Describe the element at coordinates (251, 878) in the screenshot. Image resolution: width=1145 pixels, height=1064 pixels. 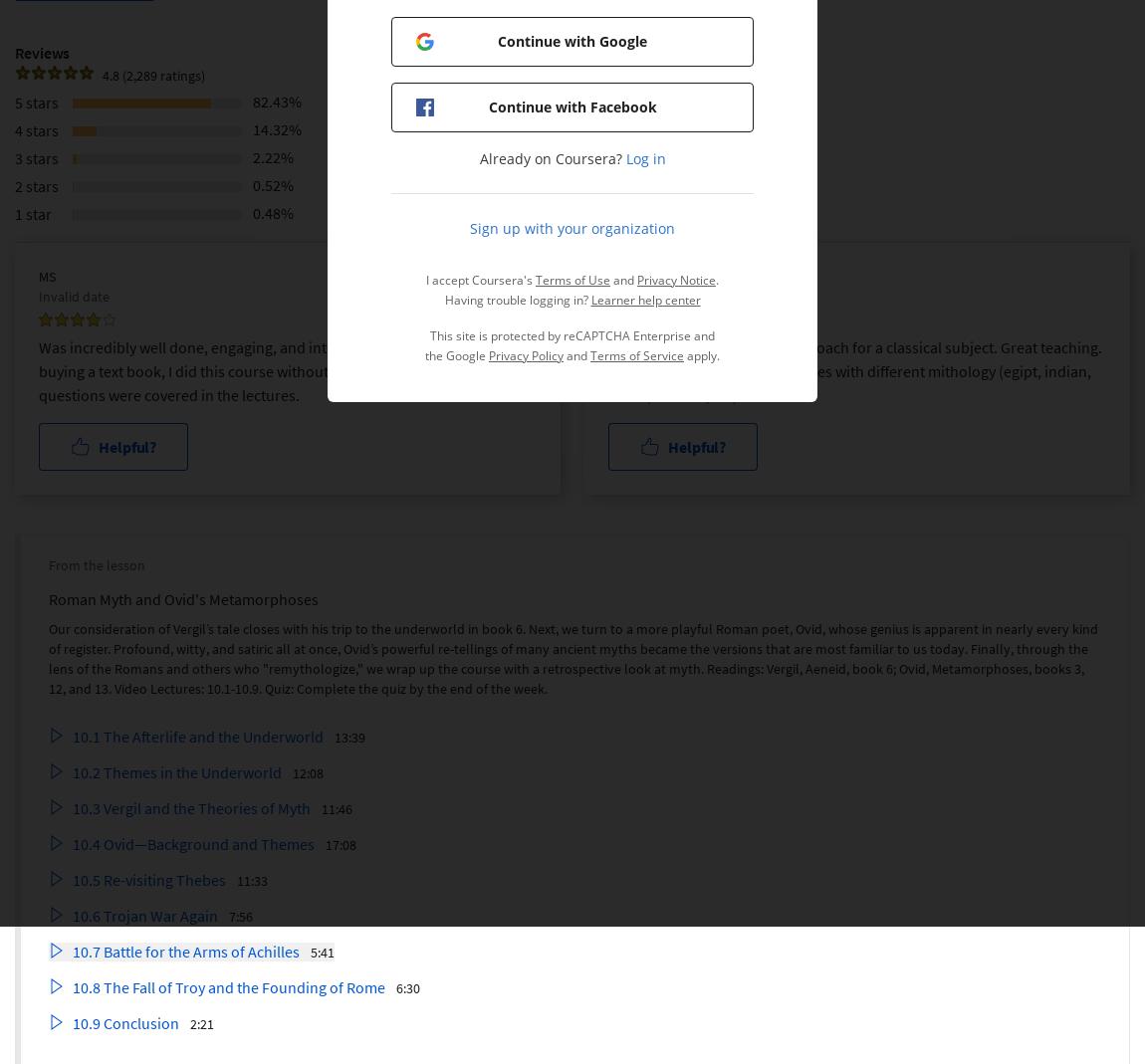
I see `'11:33'` at that location.